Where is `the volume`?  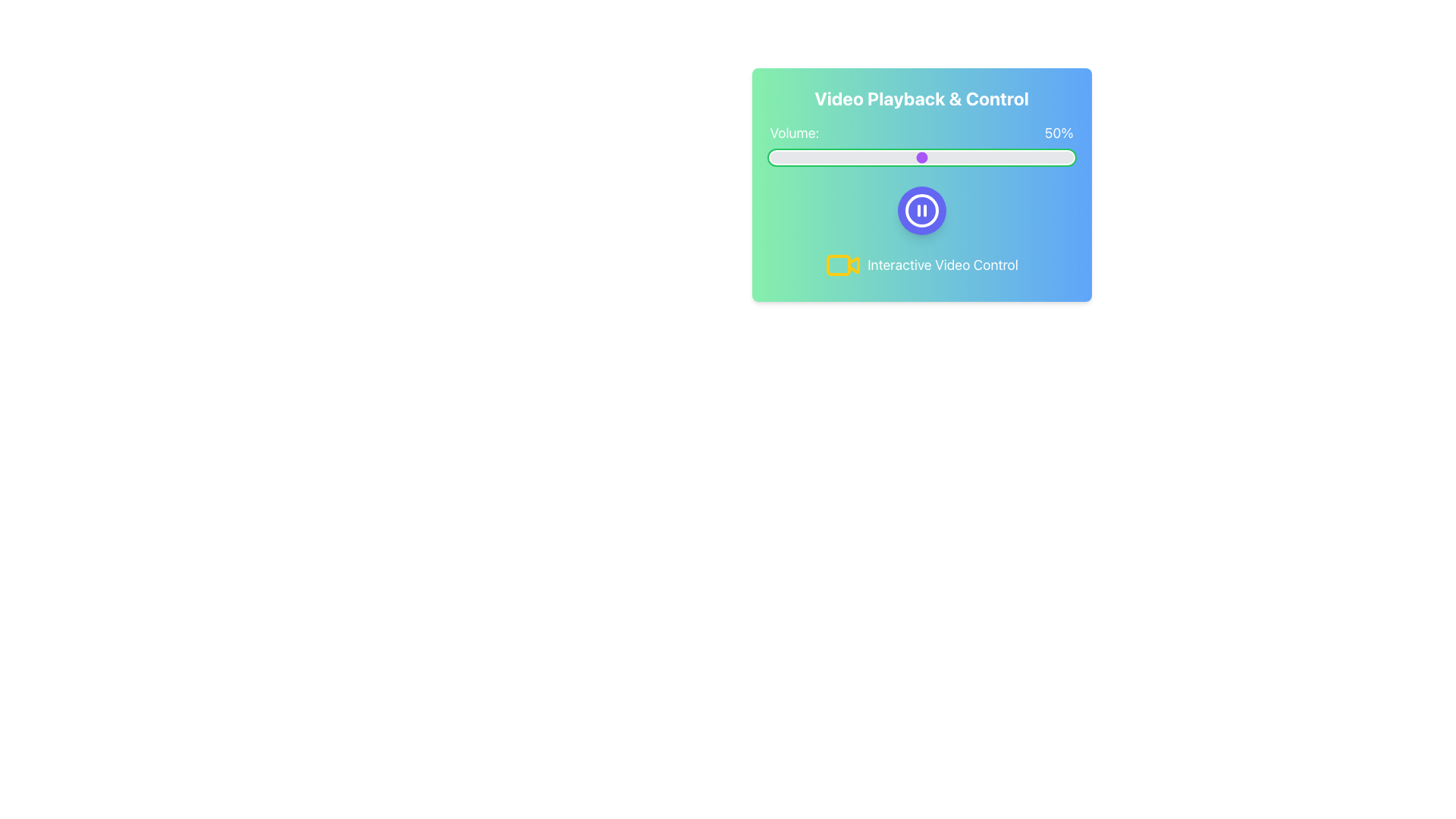 the volume is located at coordinates (773, 158).